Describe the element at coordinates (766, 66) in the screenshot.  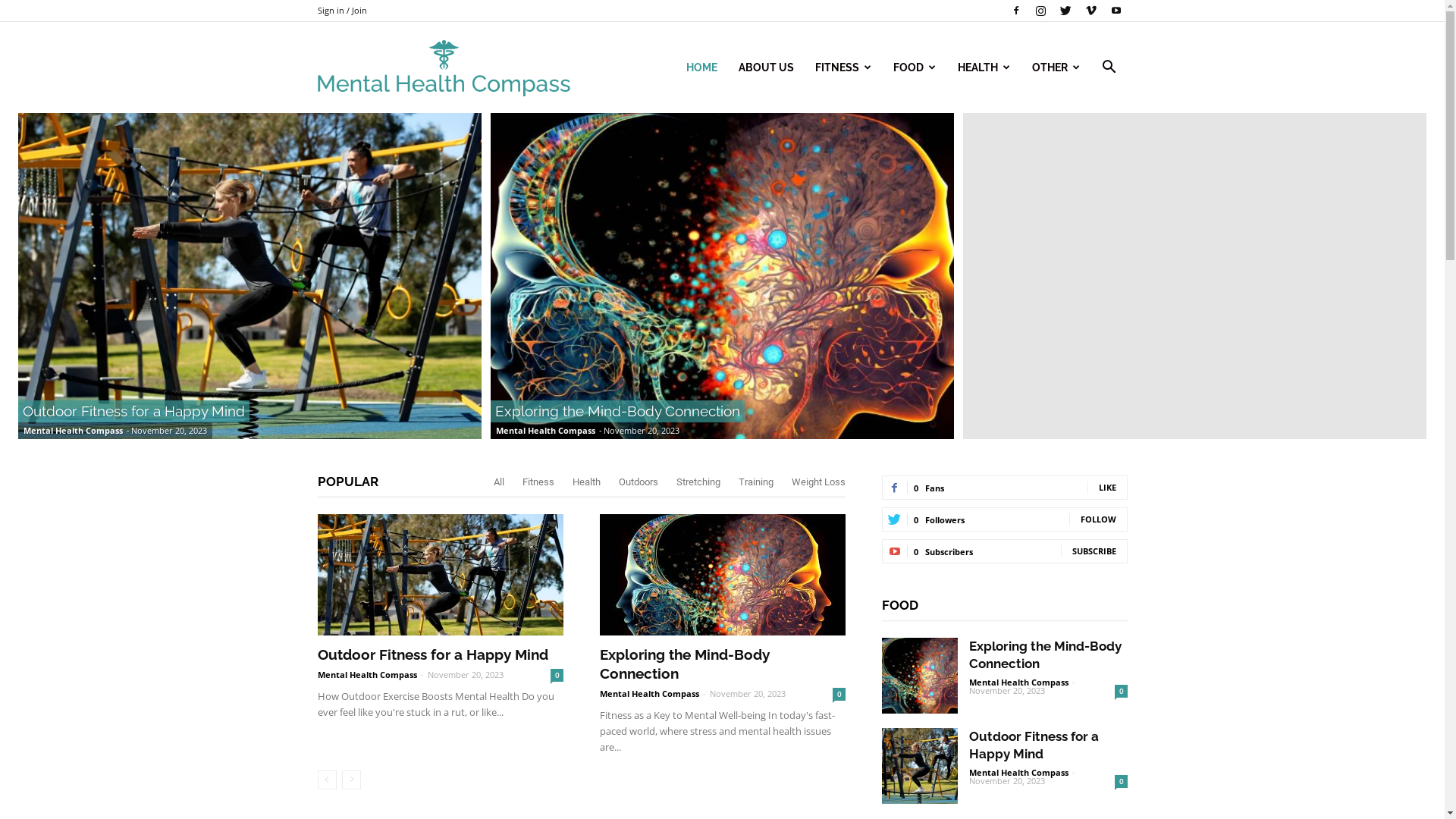
I see `'ABOUT US'` at that location.